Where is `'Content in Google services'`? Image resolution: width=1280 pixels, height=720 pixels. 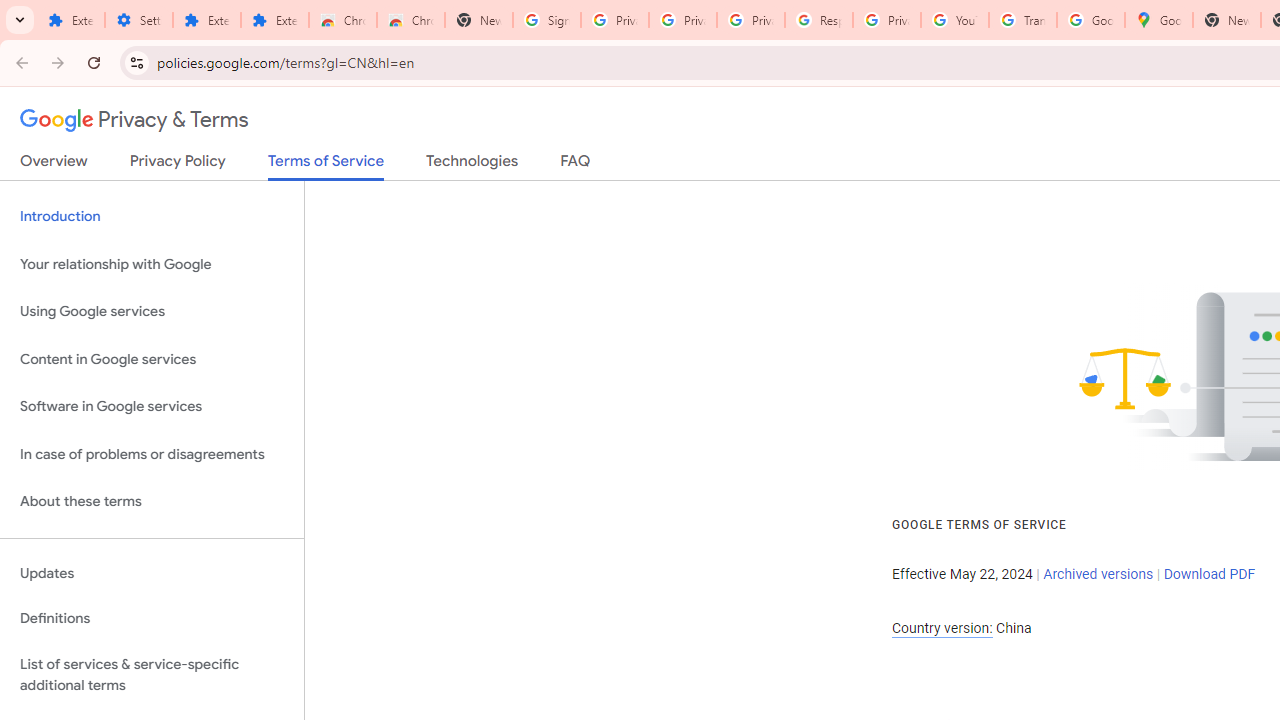 'Content in Google services' is located at coordinates (151, 358).